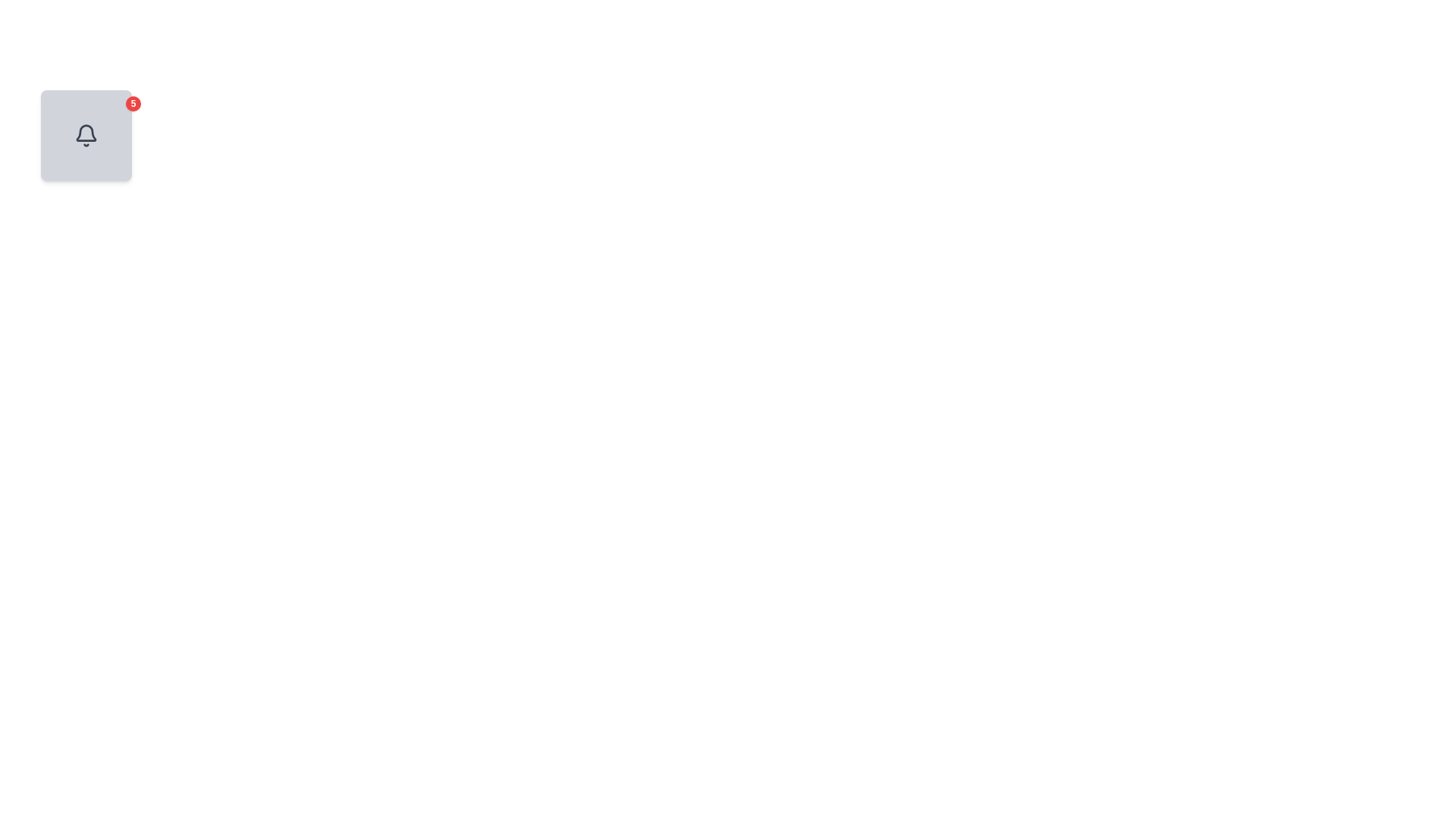  What do you see at coordinates (86, 132) in the screenshot?
I see `the larger bottom portion of the bell icon representing notifications` at bounding box center [86, 132].